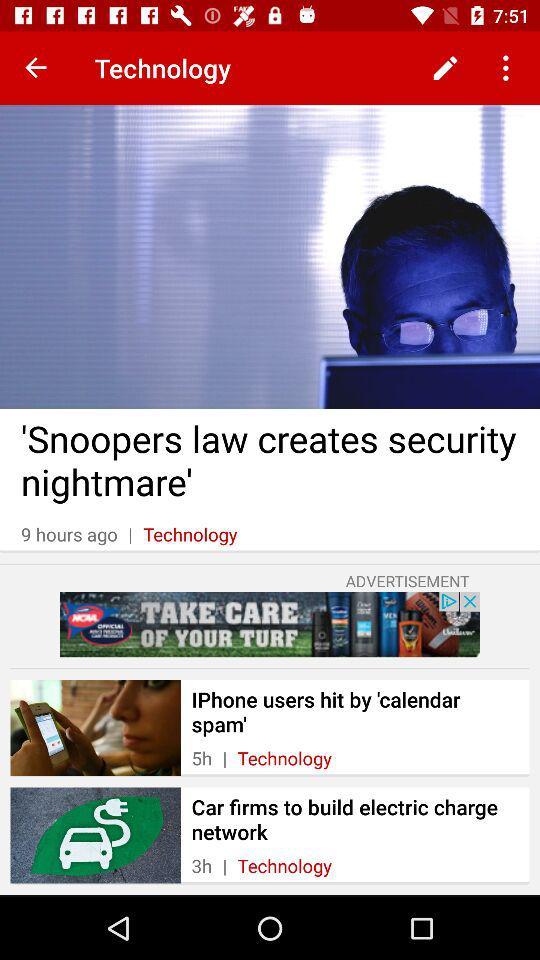 This screenshot has height=960, width=540. What do you see at coordinates (270, 623) in the screenshot?
I see `blink advertisement` at bounding box center [270, 623].